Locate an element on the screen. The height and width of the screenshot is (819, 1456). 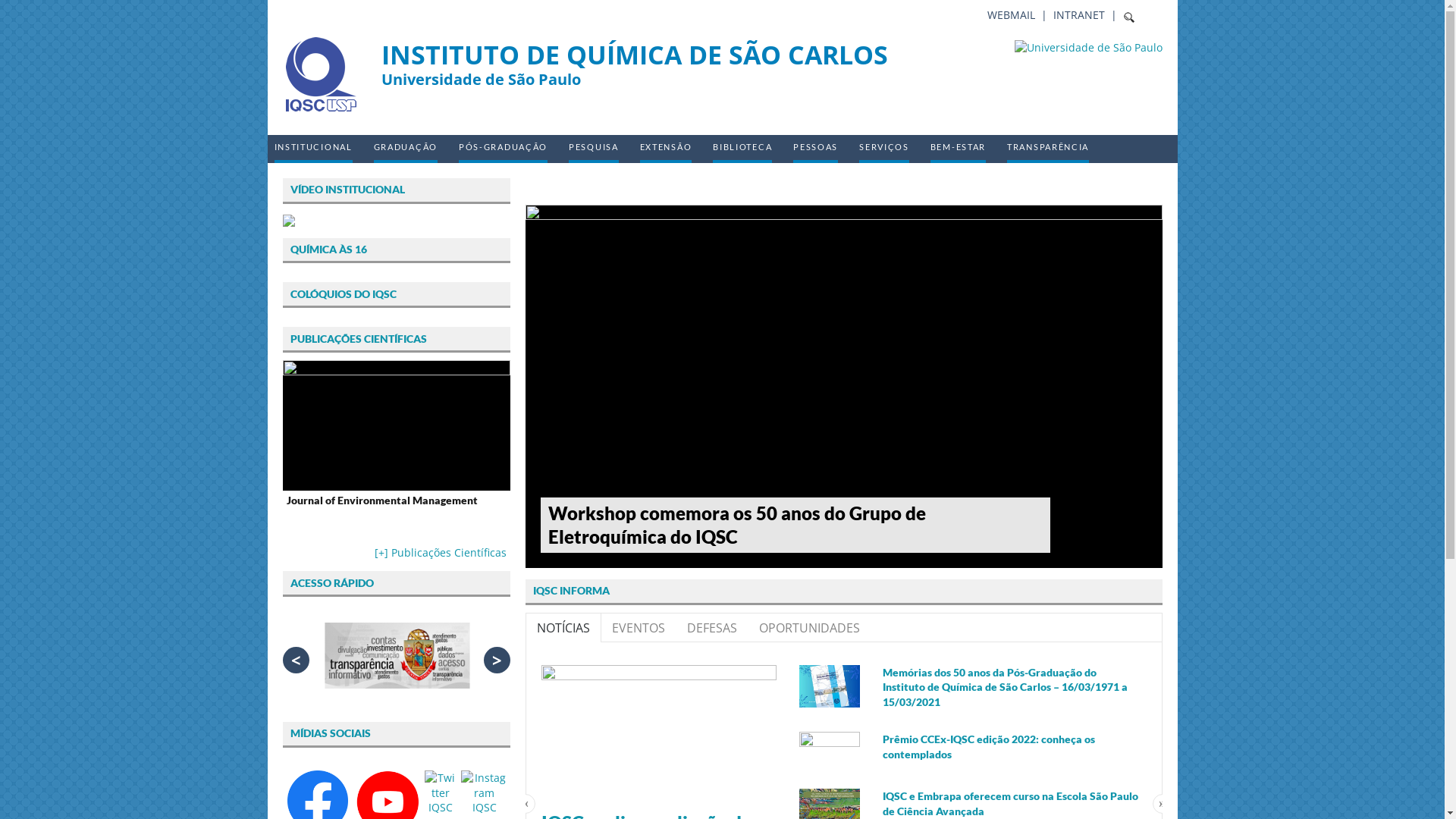
'BIBLIOTECA' is located at coordinates (742, 149).